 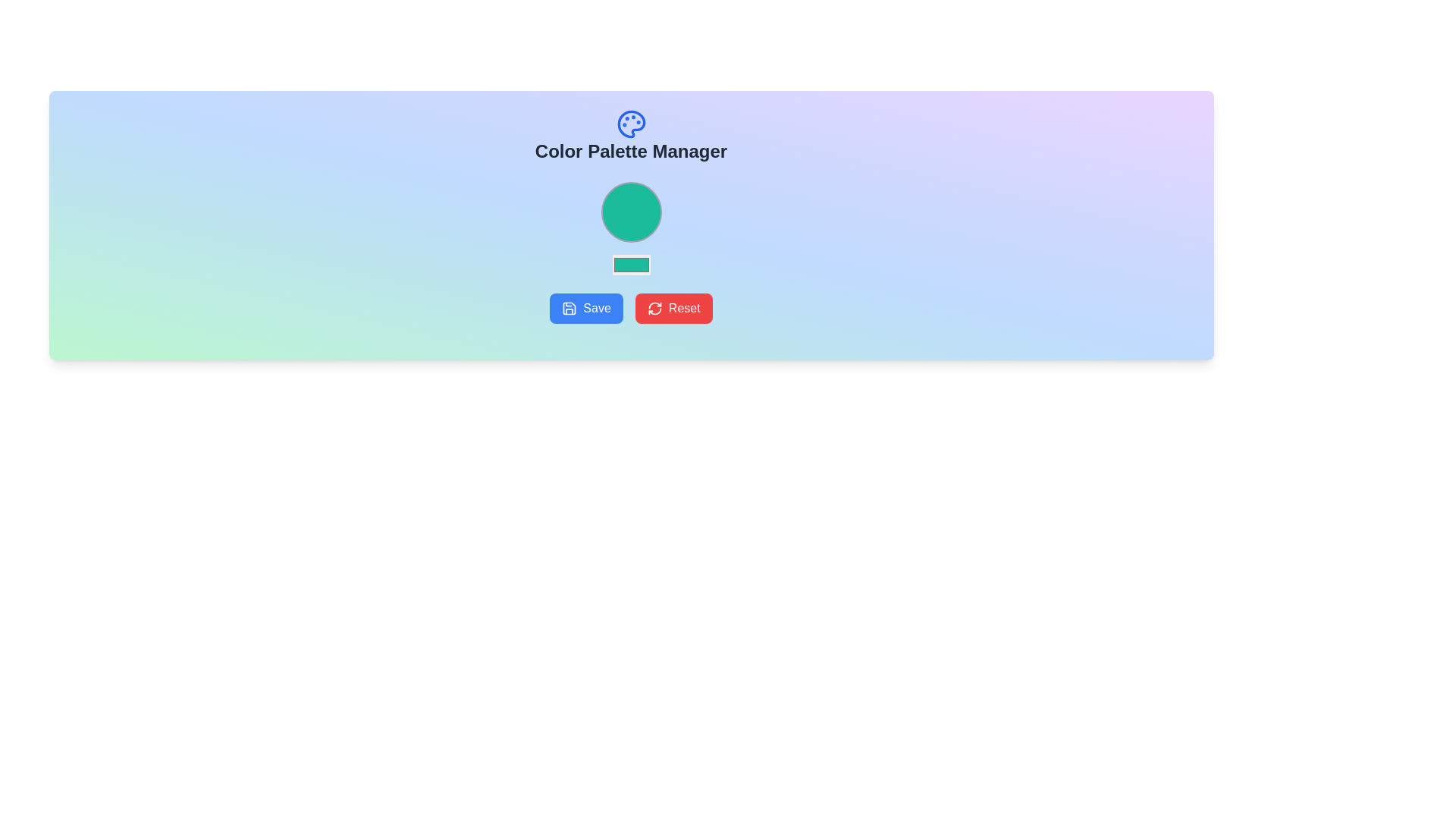 What do you see at coordinates (654, 308) in the screenshot?
I see `the icon within the red 'Reset' button, which is located at the bottom right of the user interface, to the right of the blue 'Save' button` at bounding box center [654, 308].